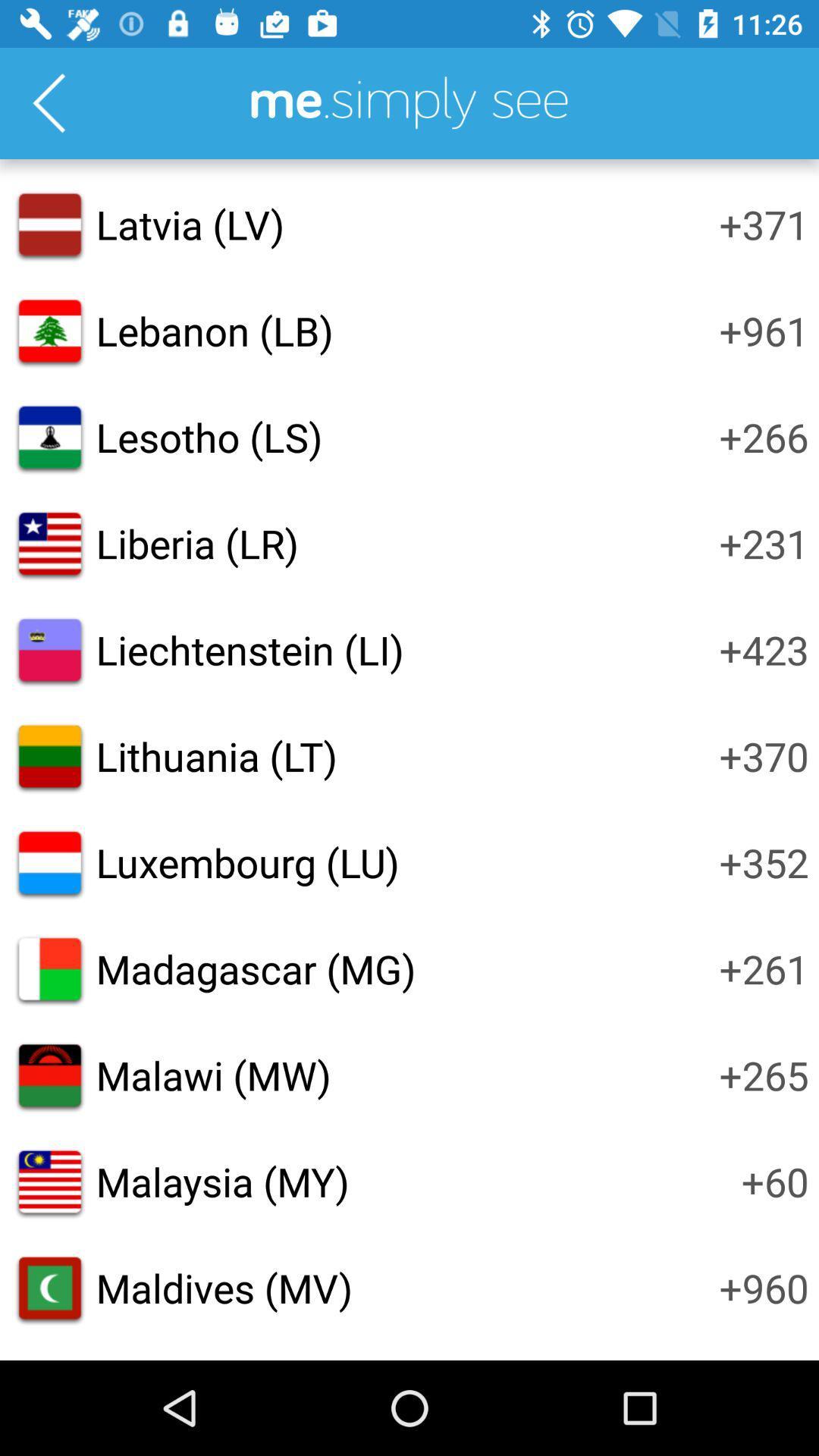 Image resolution: width=819 pixels, height=1456 pixels. I want to click on icon next to the malawi (mw), so click(764, 1074).